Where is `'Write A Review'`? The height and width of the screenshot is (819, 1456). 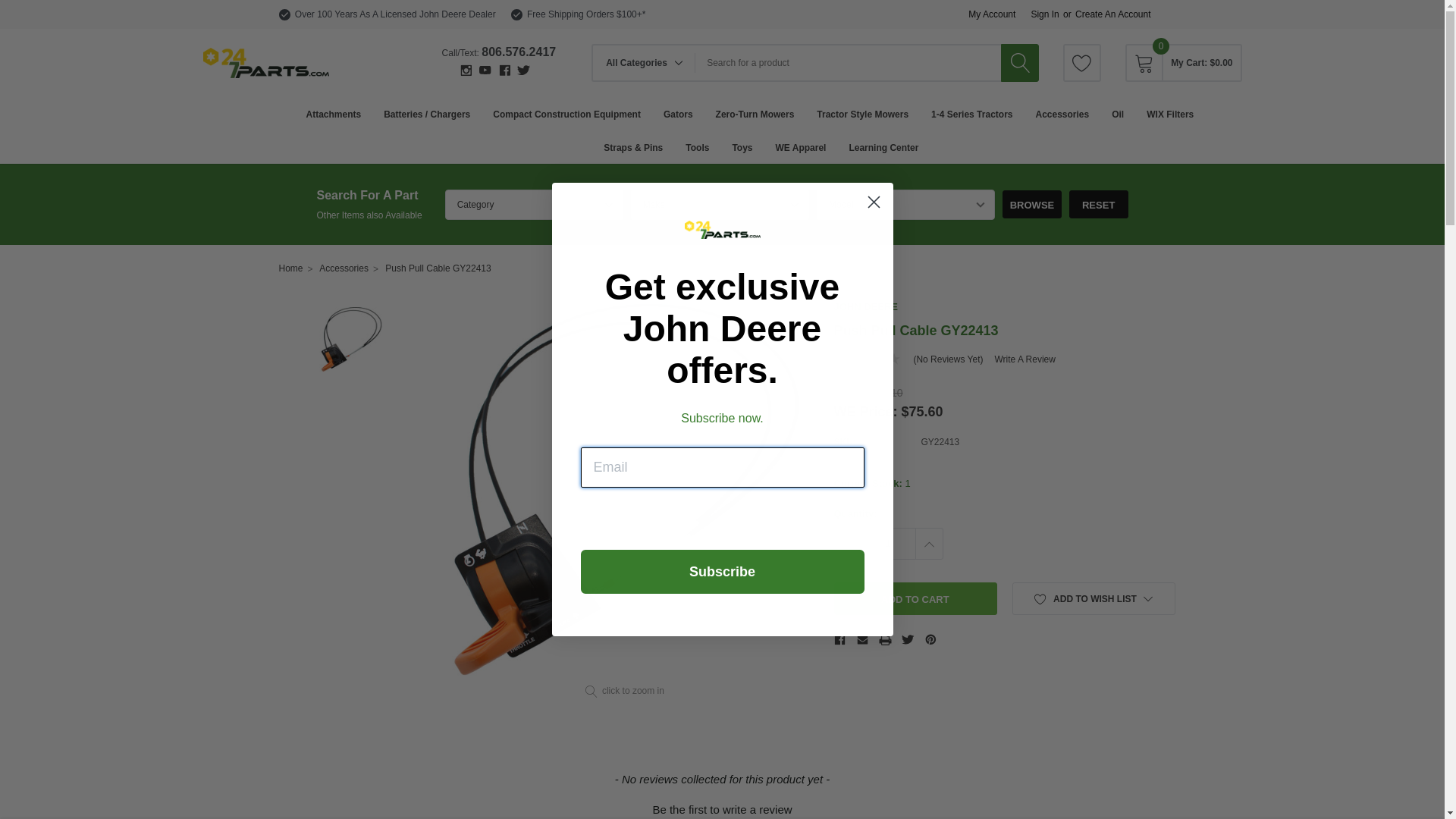
'Write A Review' is located at coordinates (1024, 359).